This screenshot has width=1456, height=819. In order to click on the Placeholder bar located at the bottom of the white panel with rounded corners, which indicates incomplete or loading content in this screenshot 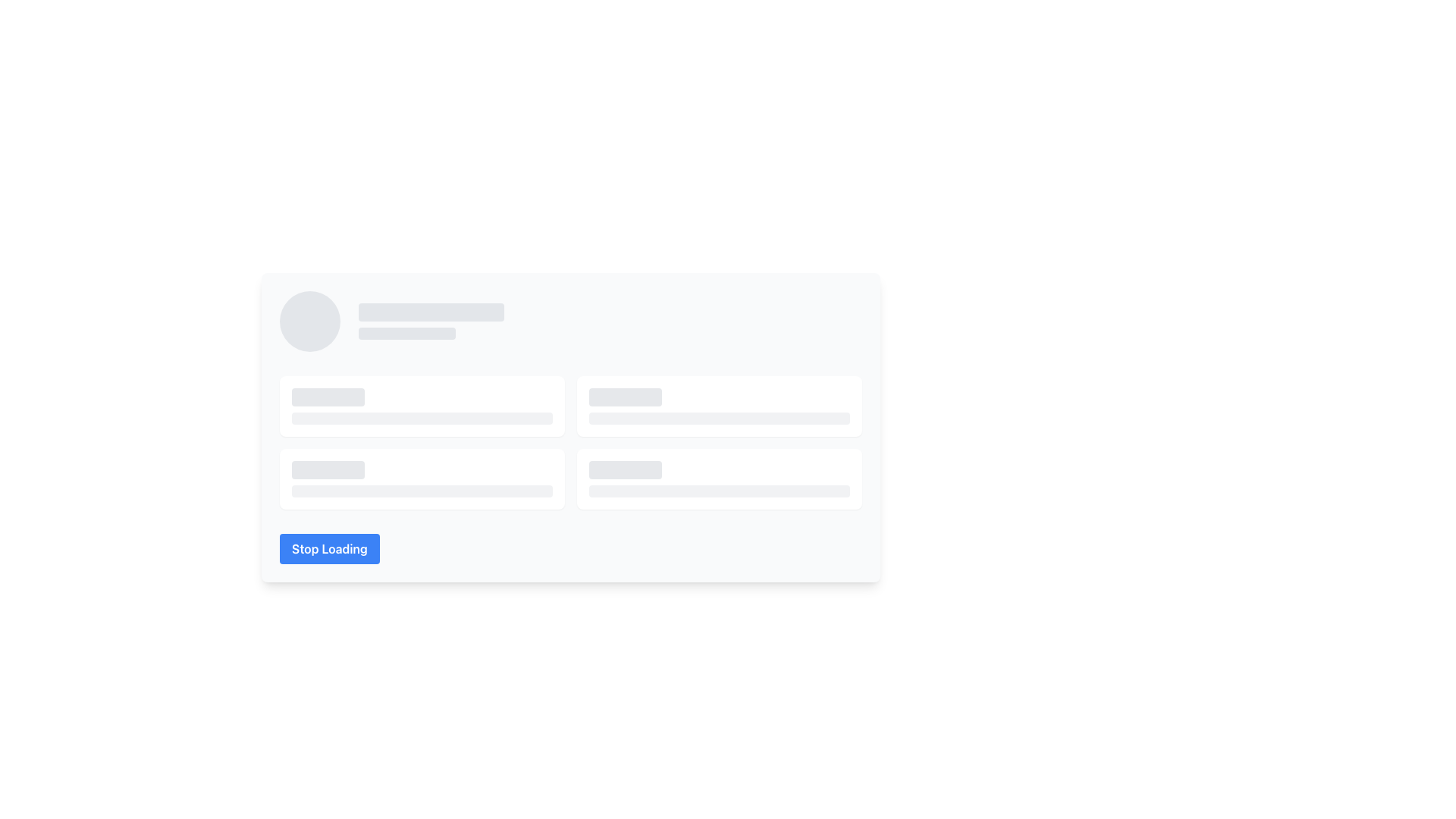, I will do `click(719, 418)`.